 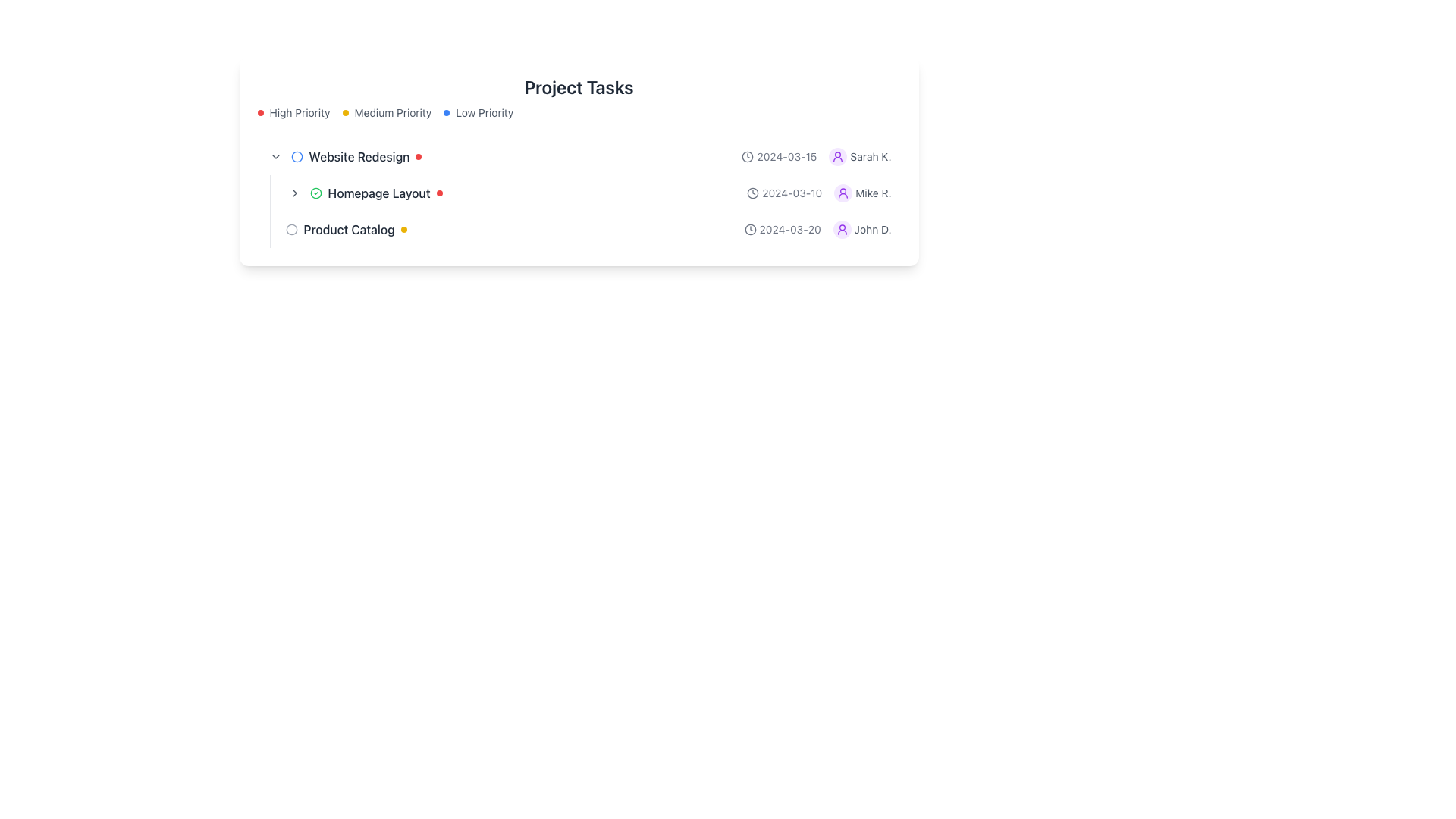 I want to click on the Text and Icon Group that displays the due date and assigned person for the task, located on the right side of the second item under 'Project Tasks' following 'Homepage Layout.', so click(x=818, y=192).